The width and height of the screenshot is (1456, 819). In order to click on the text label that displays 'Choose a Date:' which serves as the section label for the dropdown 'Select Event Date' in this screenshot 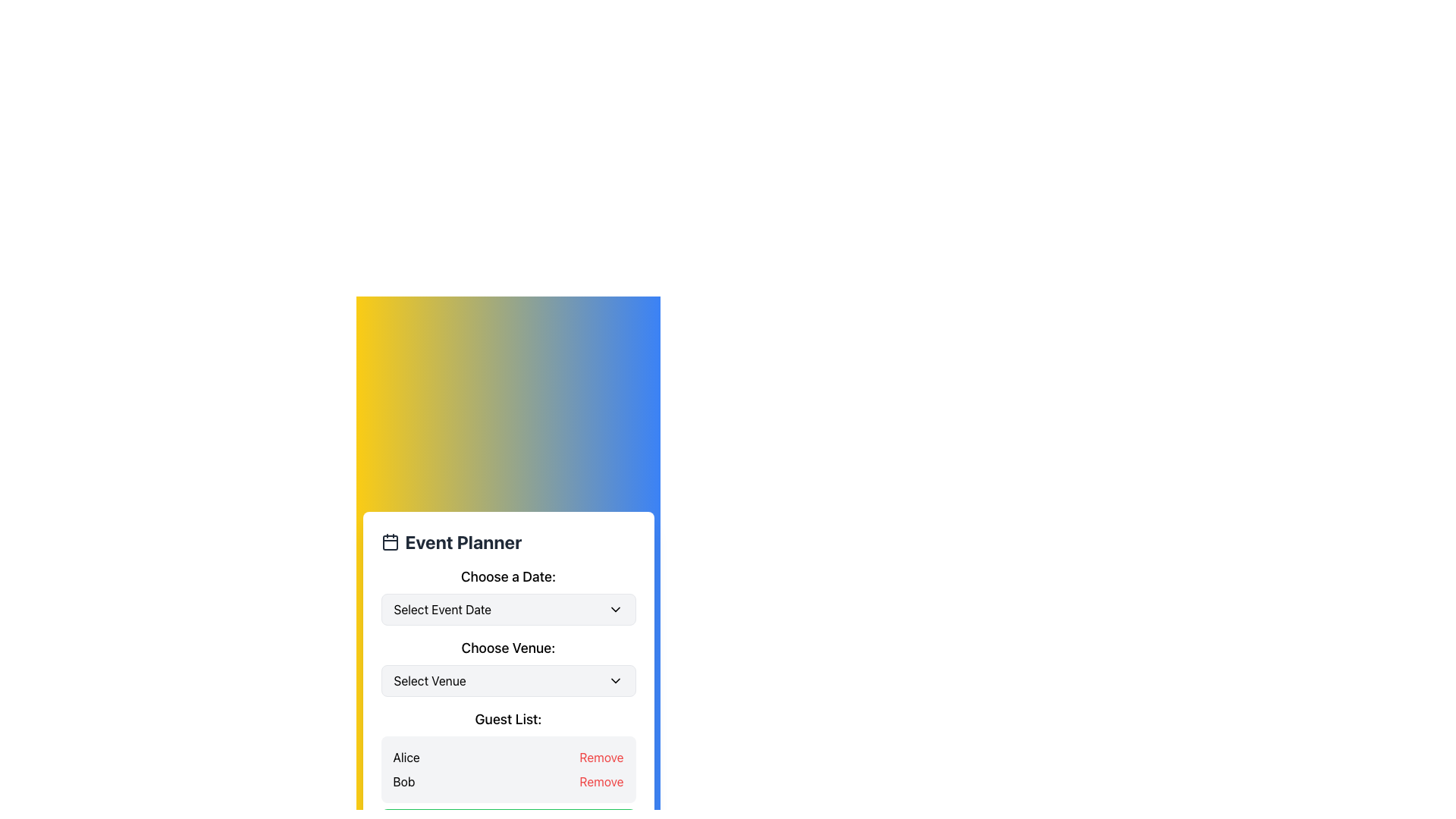, I will do `click(508, 576)`.